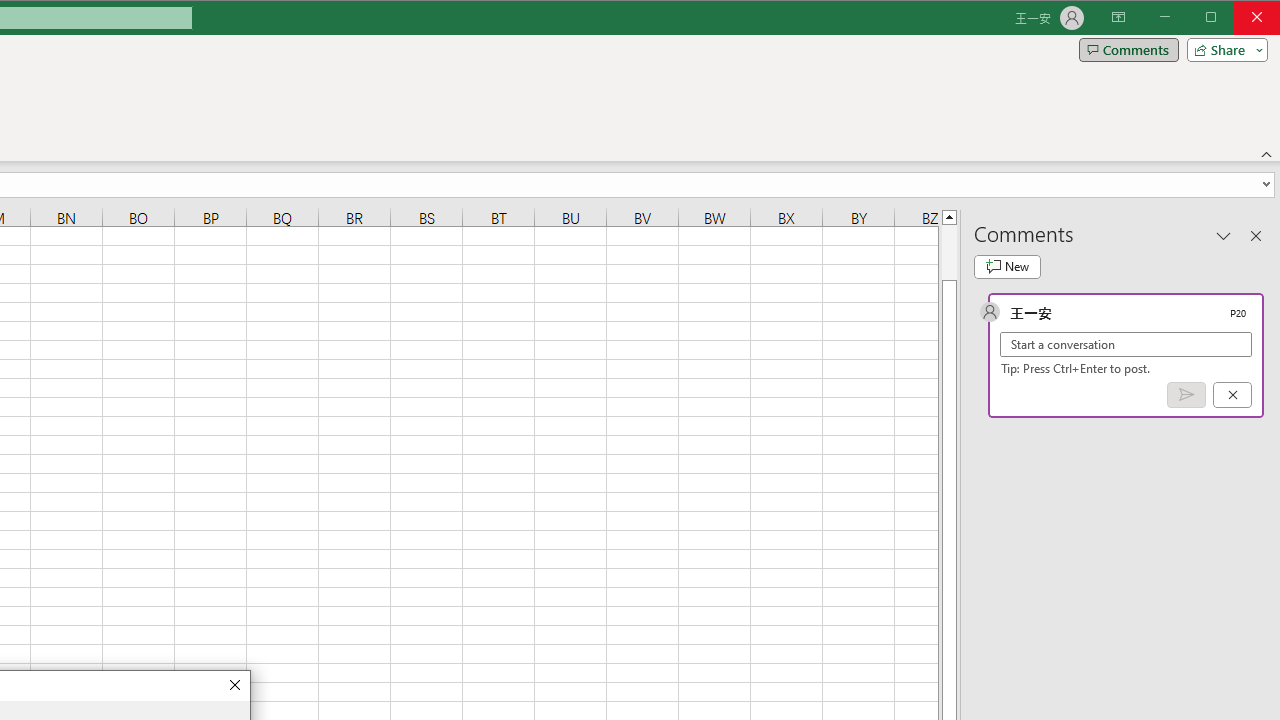 This screenshot has width=1280, height=720. I want to click on 'New comment', so click(1007, 266).